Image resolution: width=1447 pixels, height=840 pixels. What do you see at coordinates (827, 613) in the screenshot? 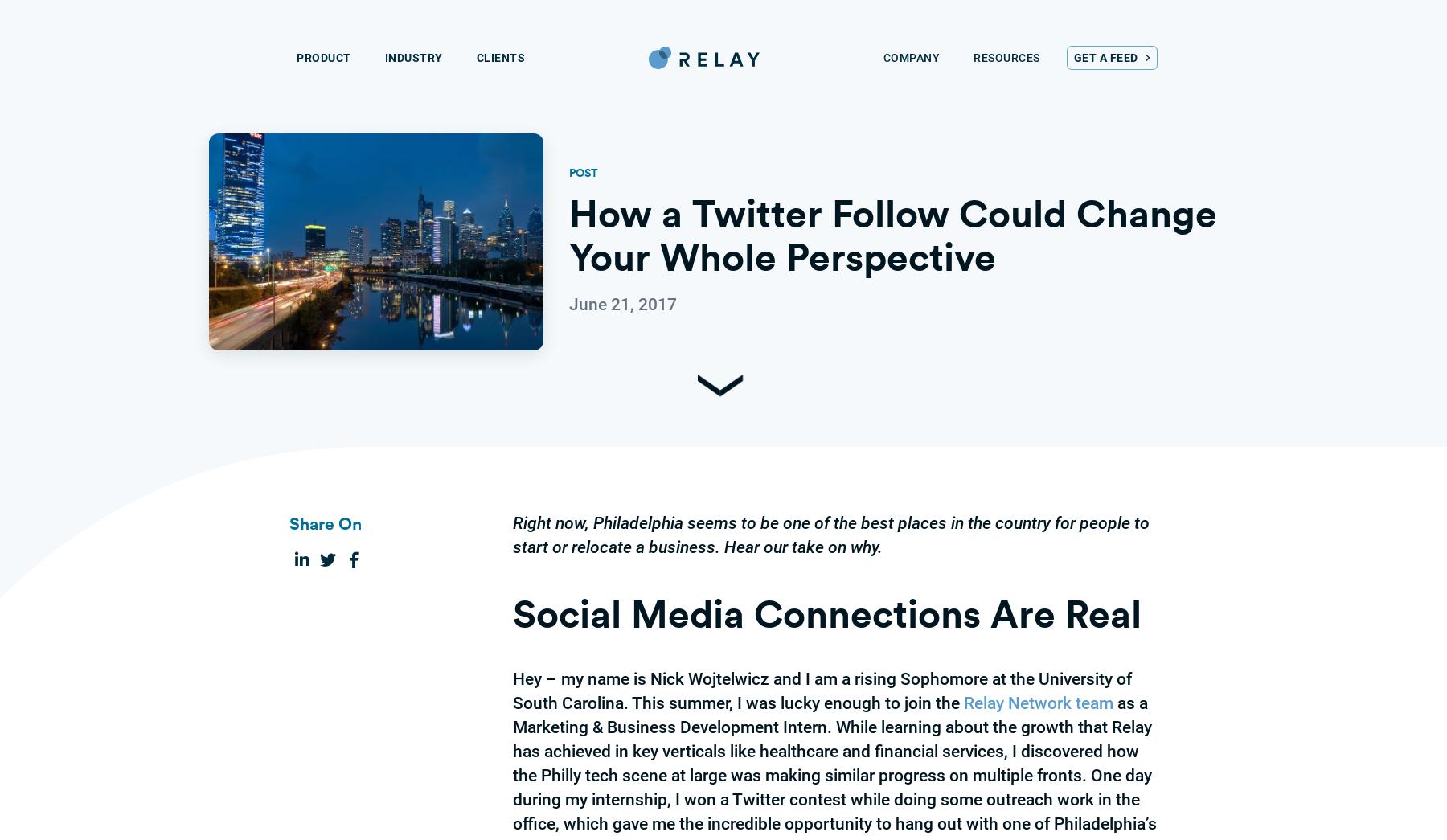
I see `'Social Media Connections Are Real'` at bounding box center [827, 613].